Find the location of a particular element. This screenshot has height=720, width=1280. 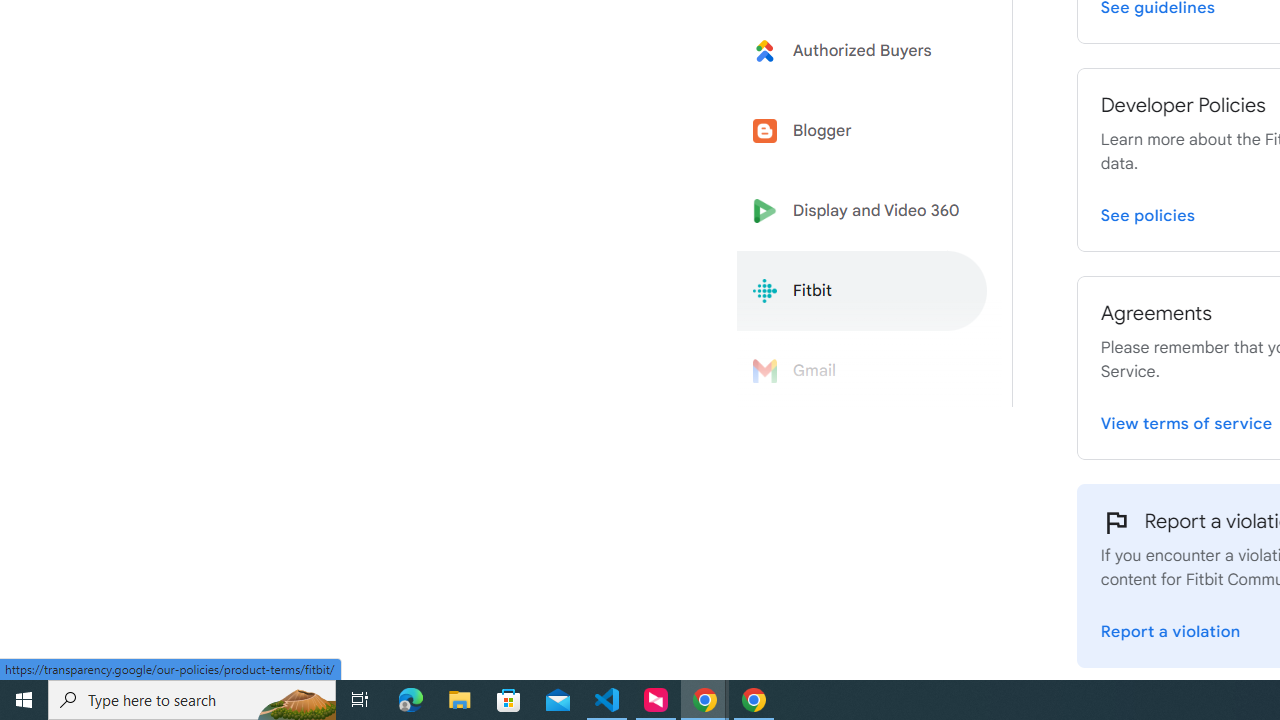

'Fitbit' is located at coordinates (862, 291).